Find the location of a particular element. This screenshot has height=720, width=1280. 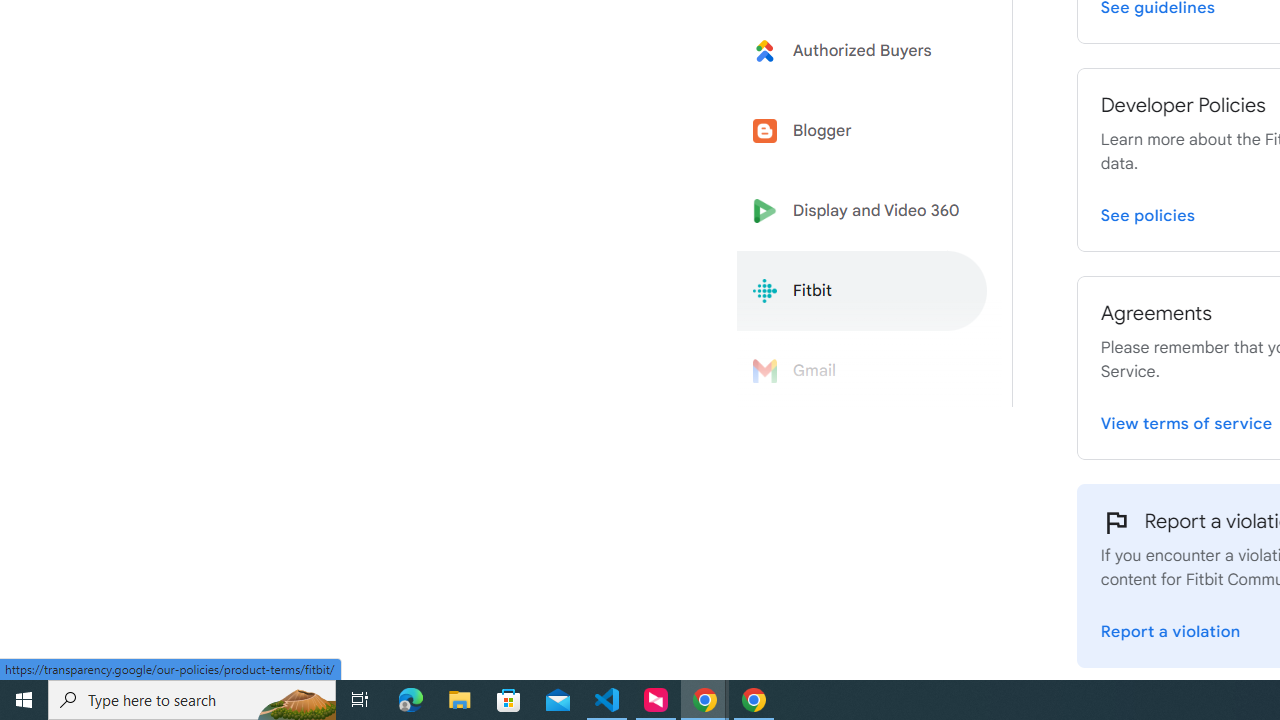

'Fitbit' is located at coordinates (862, 291).